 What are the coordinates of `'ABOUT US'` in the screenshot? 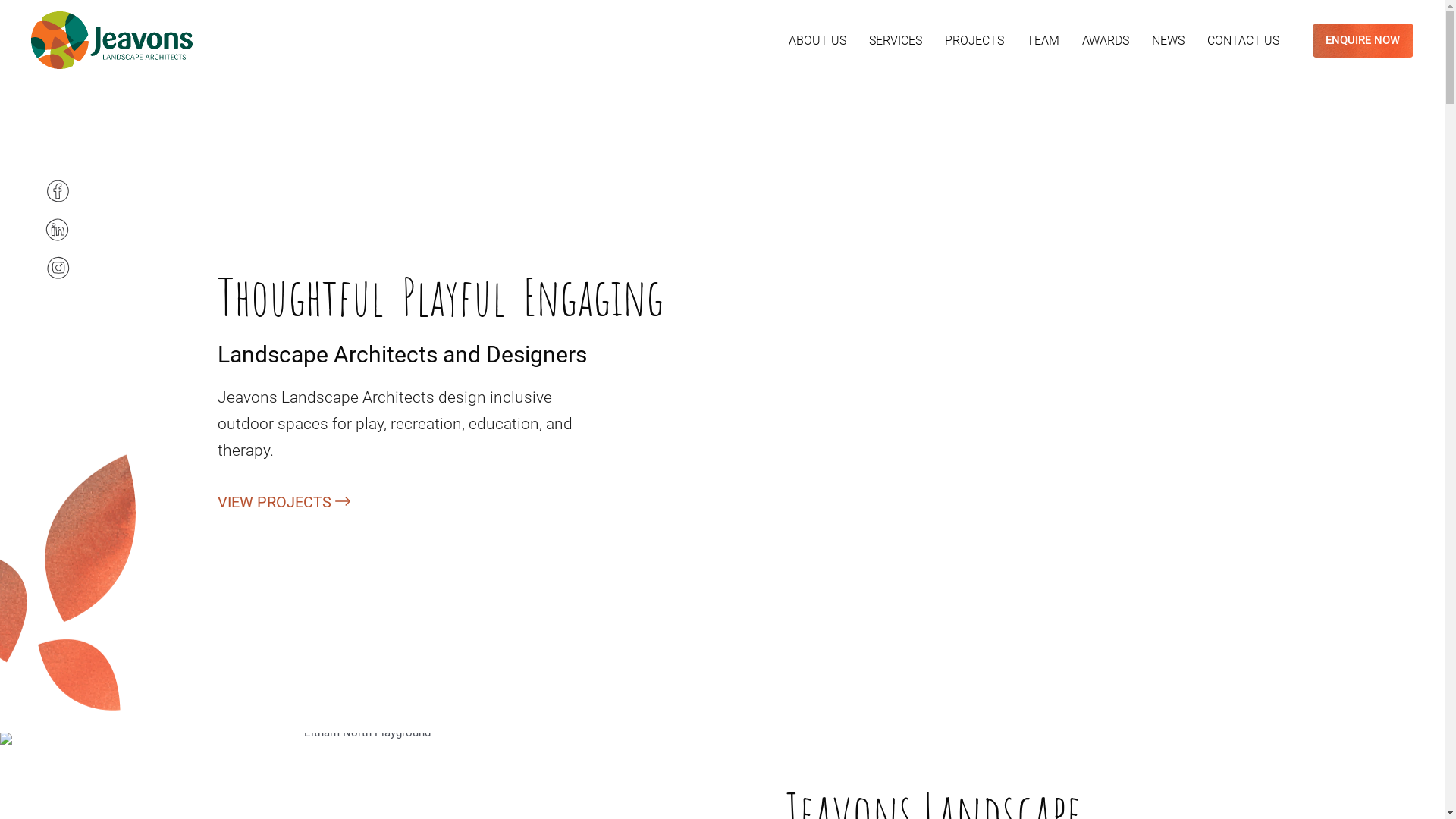 It's located at (817, 39).